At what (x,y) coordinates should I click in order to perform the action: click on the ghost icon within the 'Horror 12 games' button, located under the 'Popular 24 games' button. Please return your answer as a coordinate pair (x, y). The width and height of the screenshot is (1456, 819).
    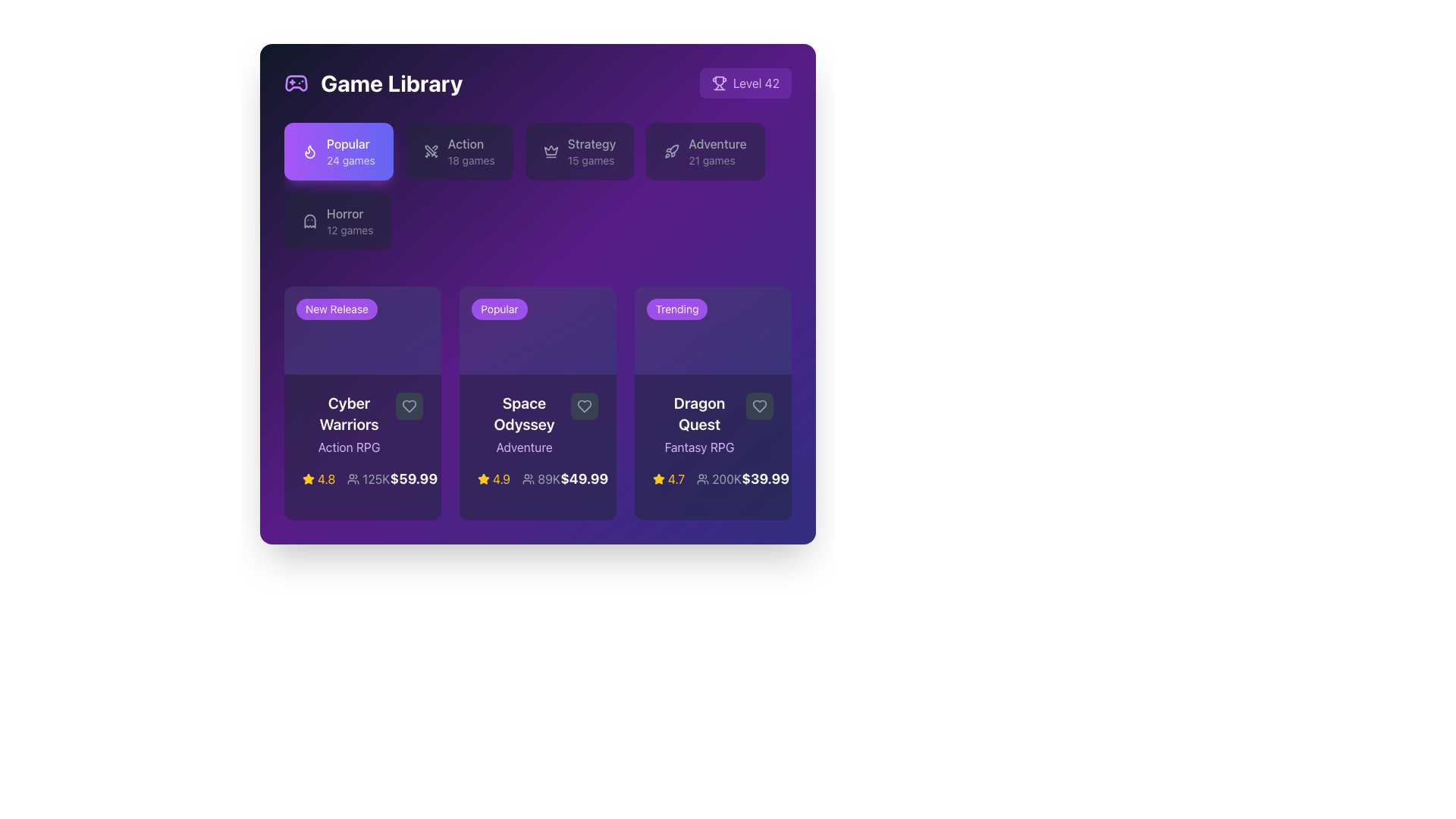
    Looking at the image, I should click on (309, 221).